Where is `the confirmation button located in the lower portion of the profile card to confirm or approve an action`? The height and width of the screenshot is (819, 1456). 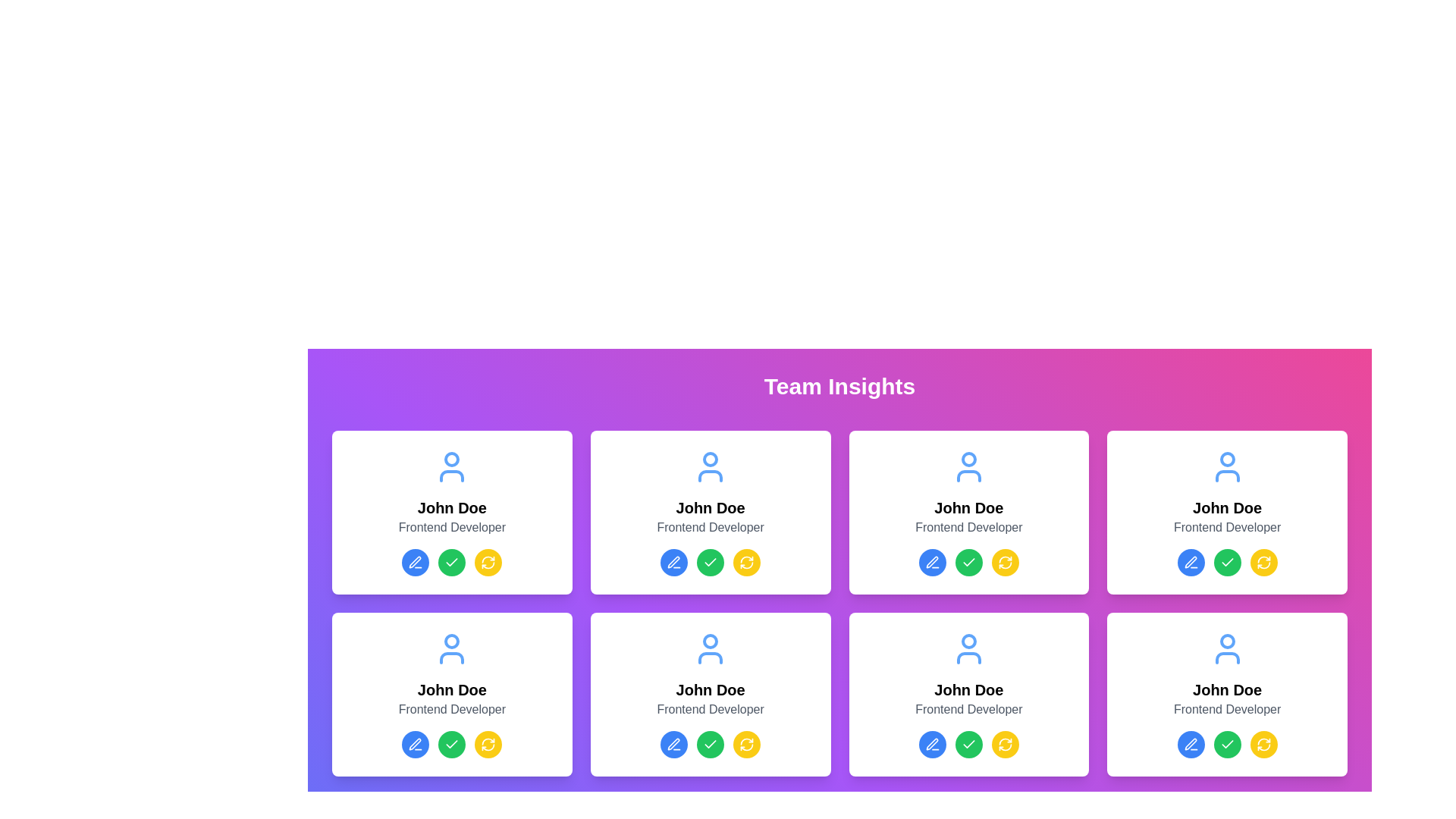 the confirmation button located in the lower portion of the profile card to confirm or approve an action is located at coordinates (710, 744).